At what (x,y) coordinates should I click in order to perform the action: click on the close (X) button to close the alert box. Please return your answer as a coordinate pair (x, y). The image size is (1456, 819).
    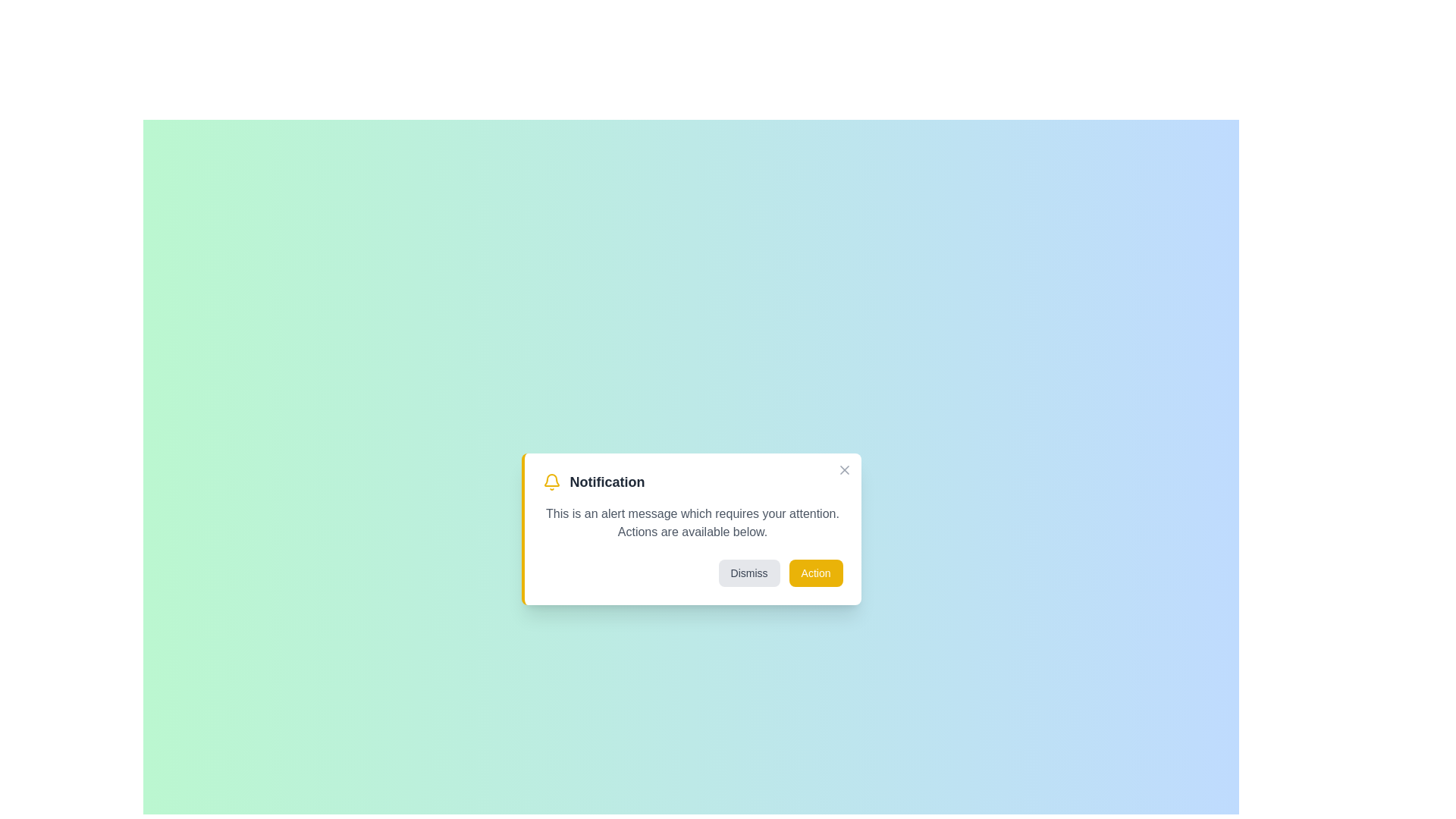
    Looking at the image, I should click on (843, 469).